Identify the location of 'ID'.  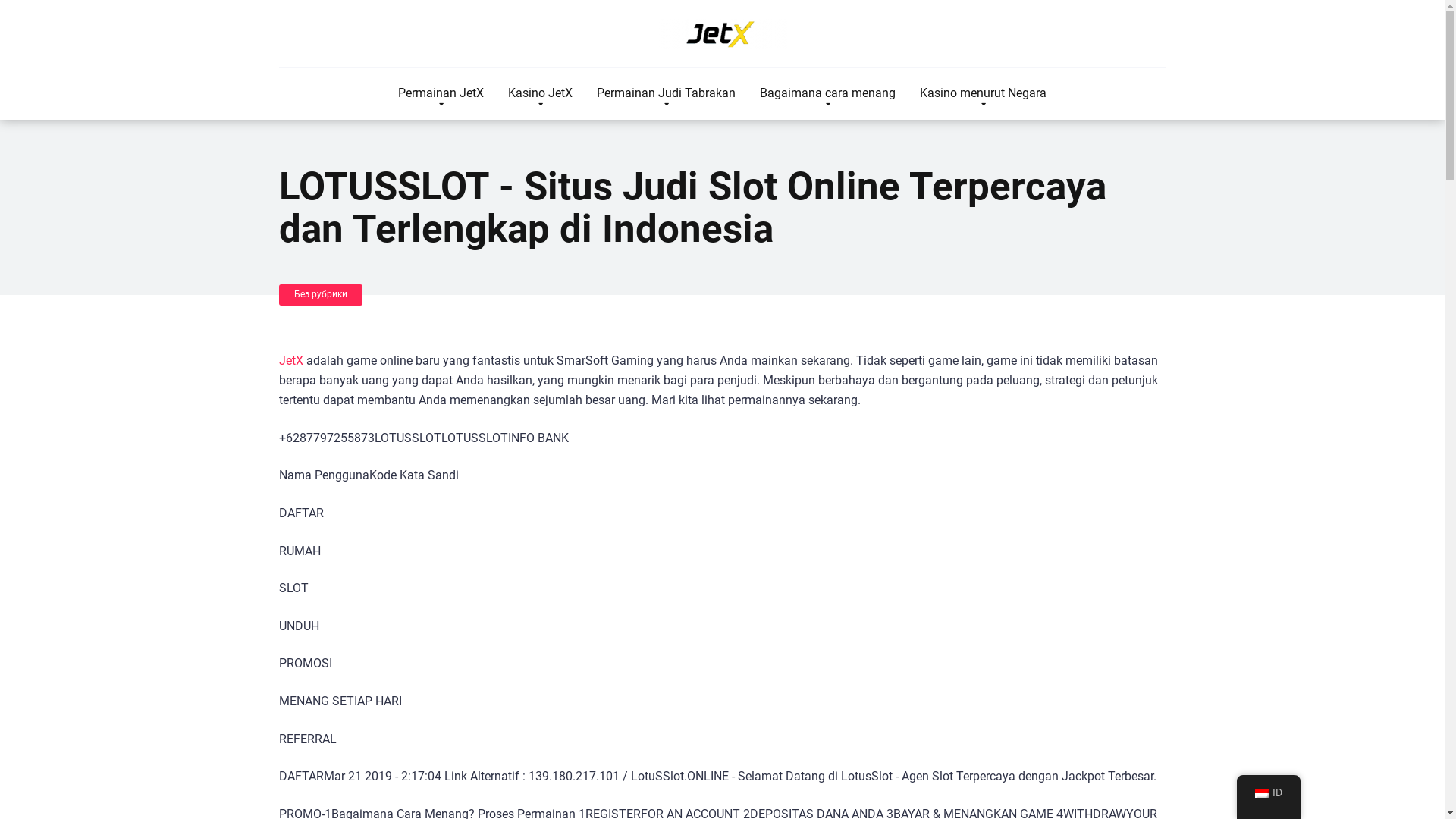
(1267, 792).